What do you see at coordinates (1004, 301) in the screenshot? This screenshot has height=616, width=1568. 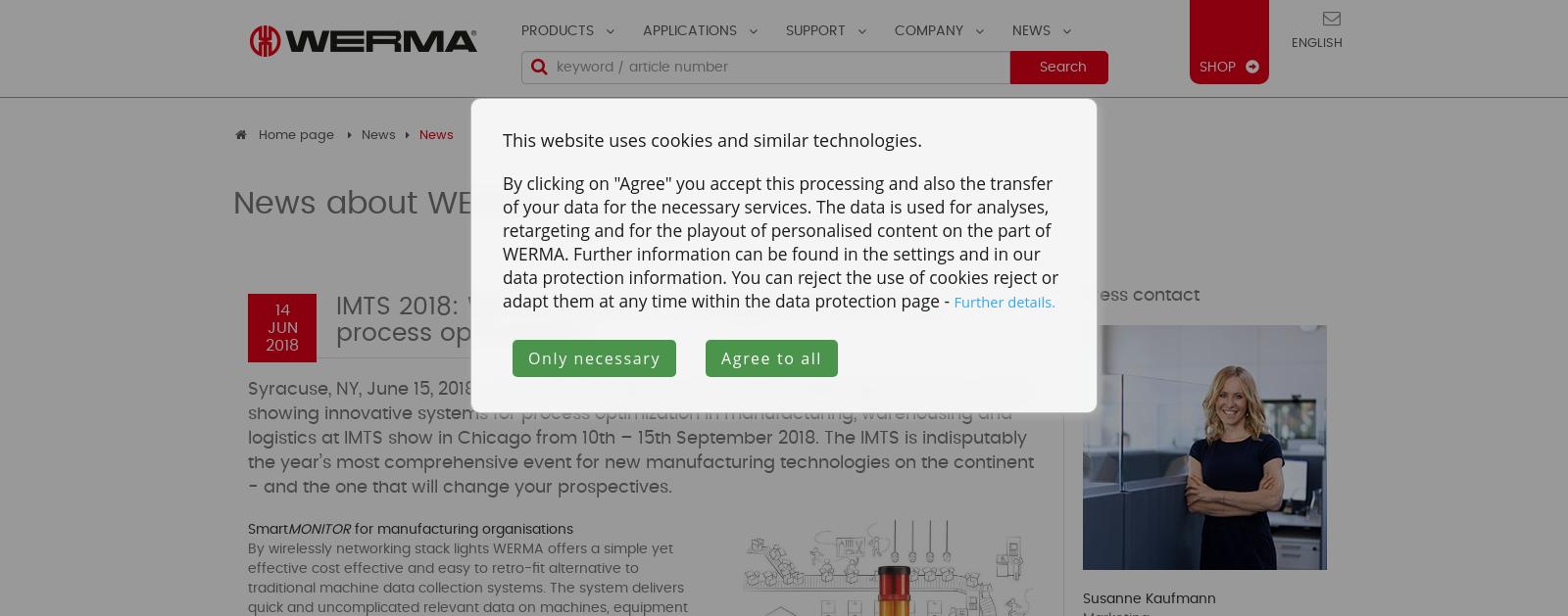 I see `'Further details.'` at bounding box center [1004, 301].